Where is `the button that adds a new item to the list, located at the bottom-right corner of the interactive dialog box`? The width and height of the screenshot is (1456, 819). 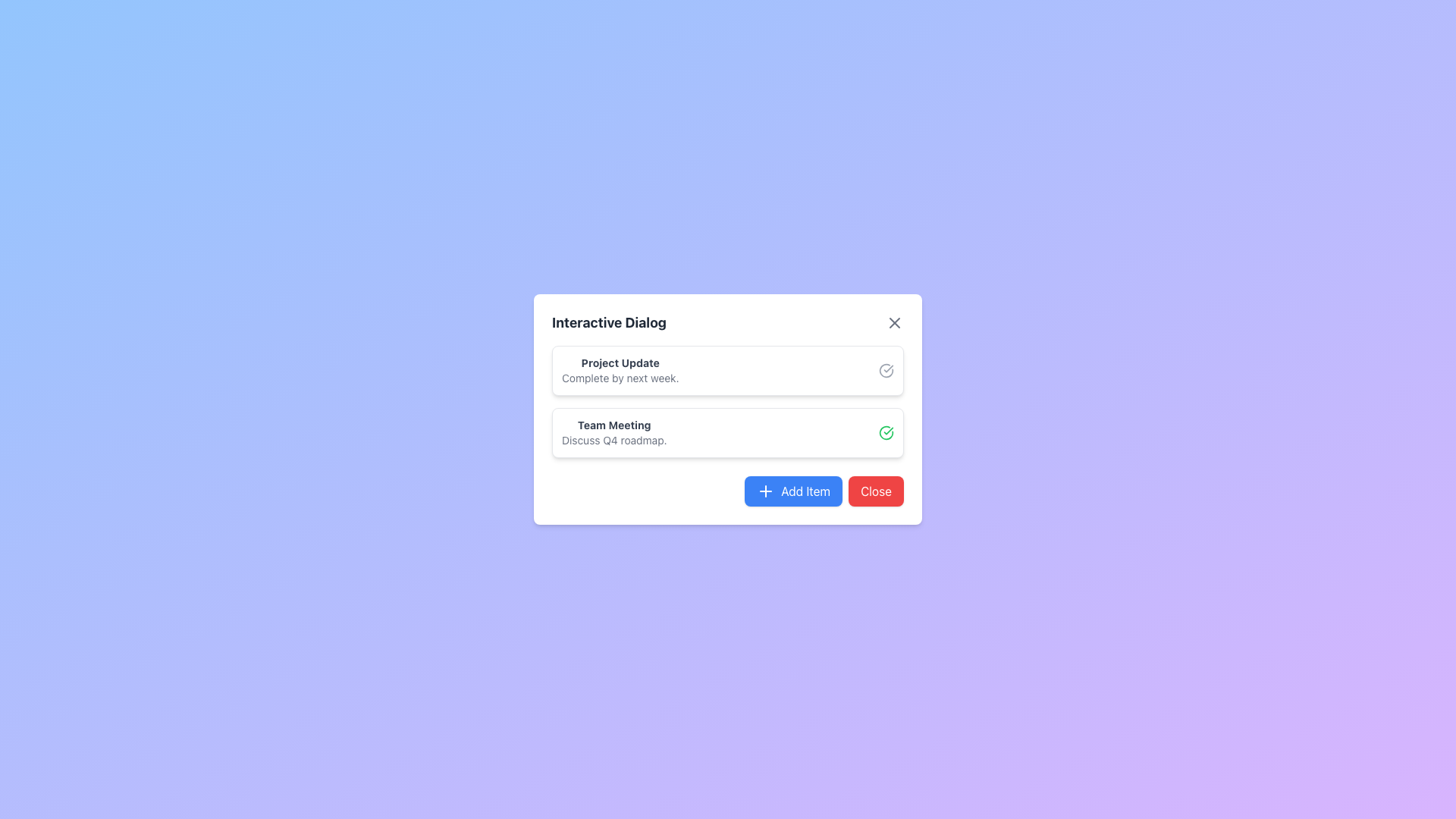
the button that adds a new item to the list, located at the bottom-right corner of the interactive dialog box is located at coordinates (792, 491).